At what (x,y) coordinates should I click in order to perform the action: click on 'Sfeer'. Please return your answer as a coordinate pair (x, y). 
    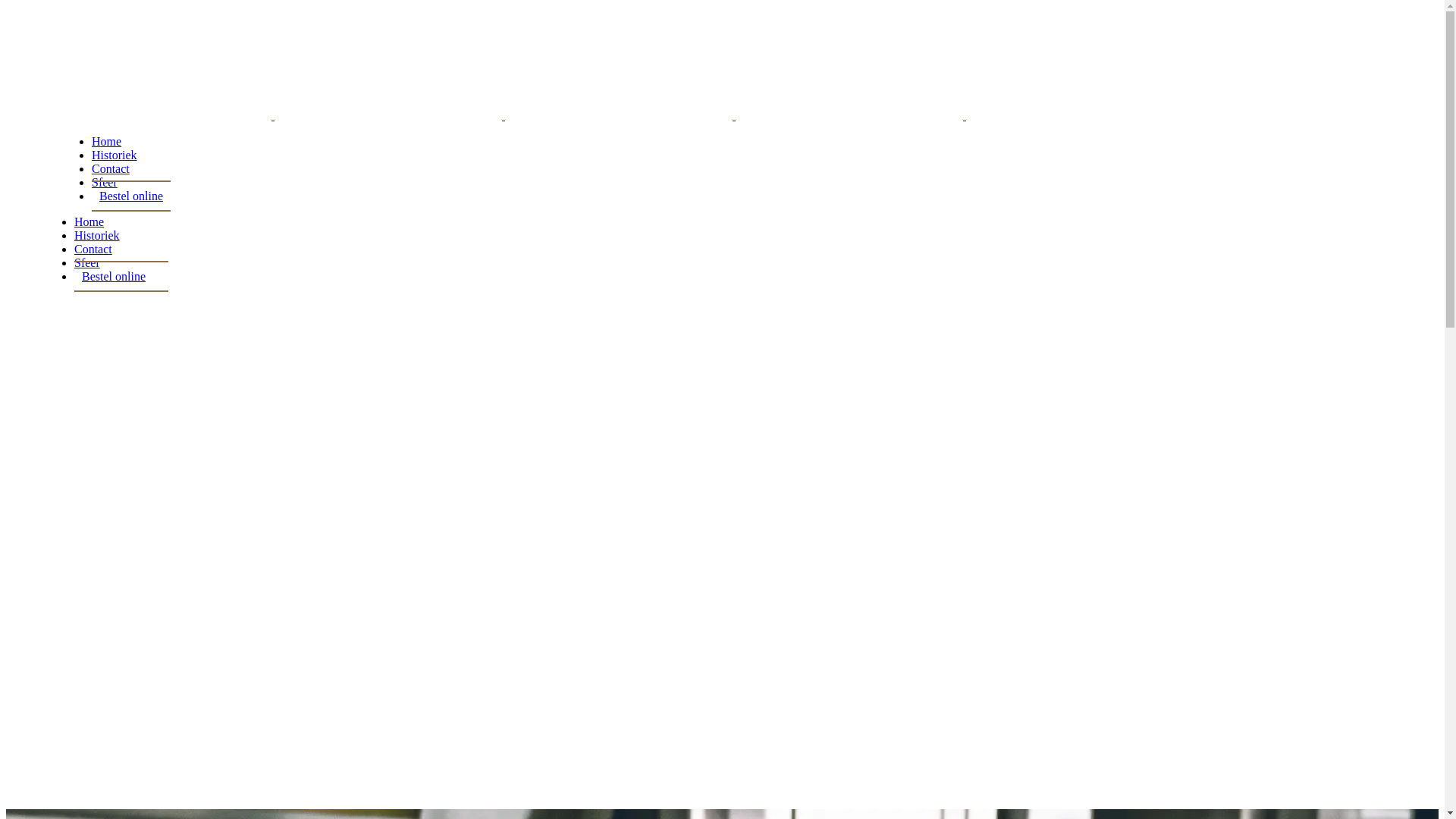
    Looking at the image, I should click on (86, 262).